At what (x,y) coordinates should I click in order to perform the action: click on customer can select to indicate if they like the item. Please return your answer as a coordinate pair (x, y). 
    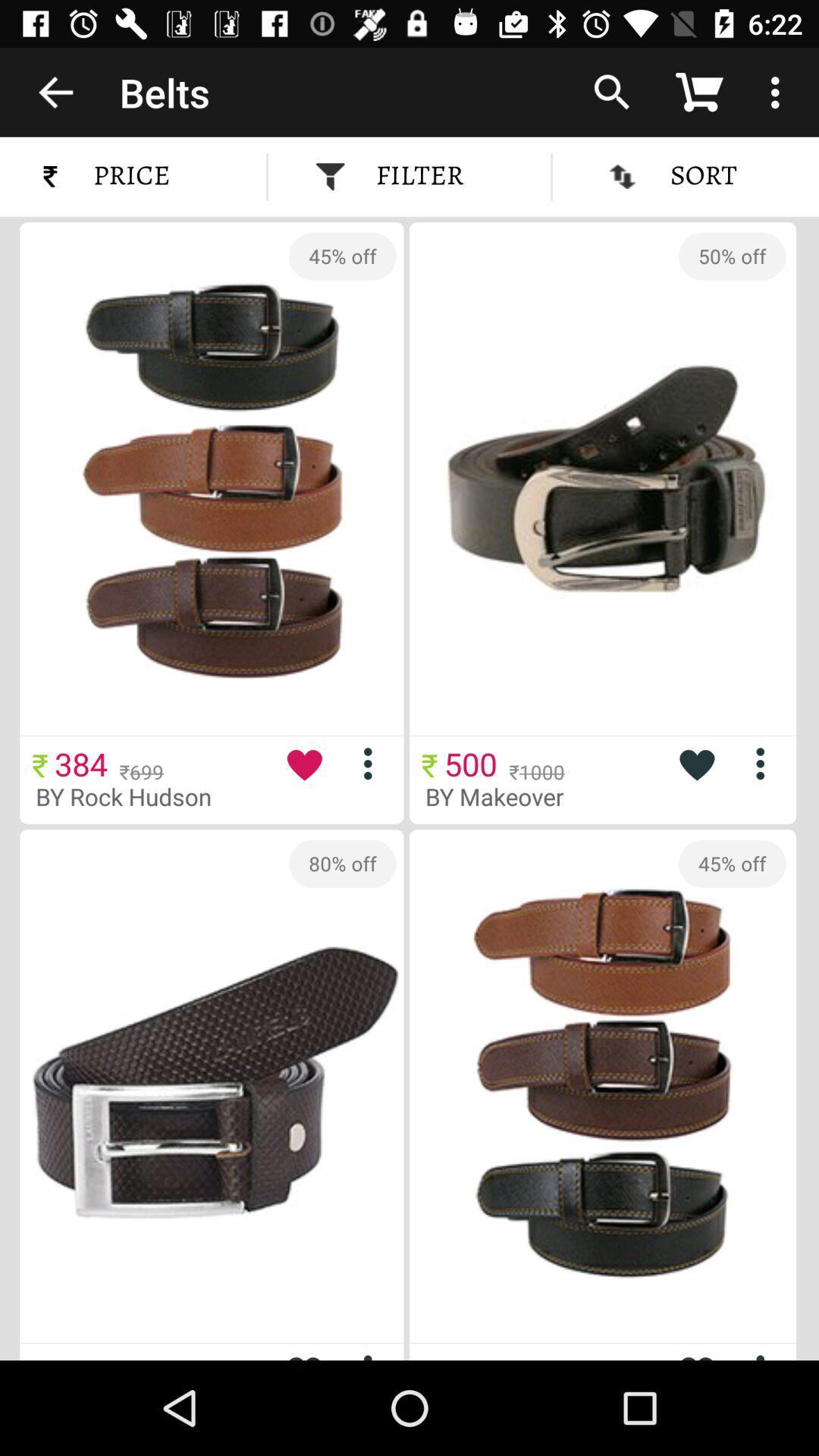
    Looking at the image, I should click on (696, 764).